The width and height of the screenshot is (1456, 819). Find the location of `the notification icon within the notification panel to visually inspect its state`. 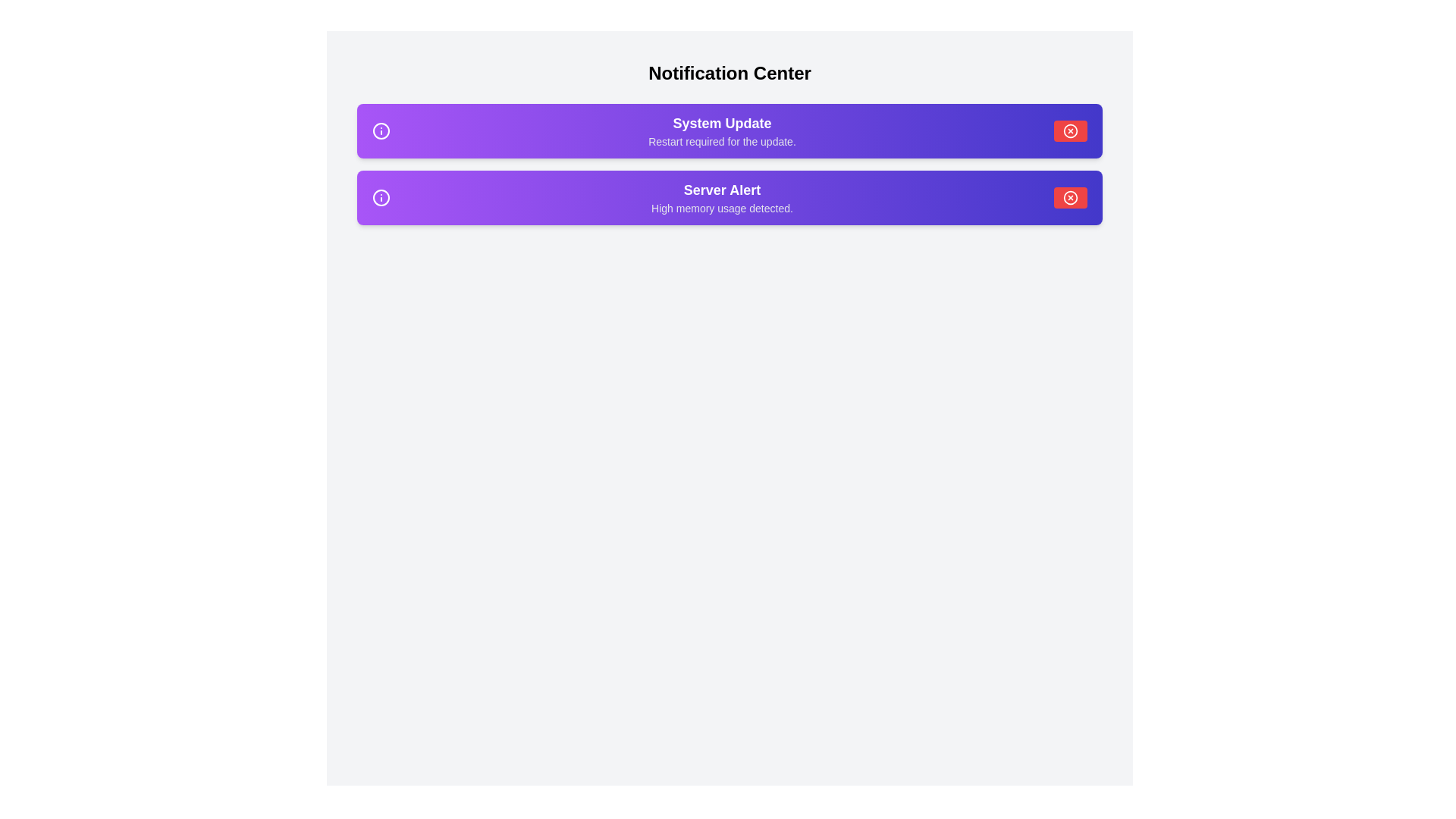

the notification icon within the notification panel to visually inspect its state is located at coordinates (381, 130).